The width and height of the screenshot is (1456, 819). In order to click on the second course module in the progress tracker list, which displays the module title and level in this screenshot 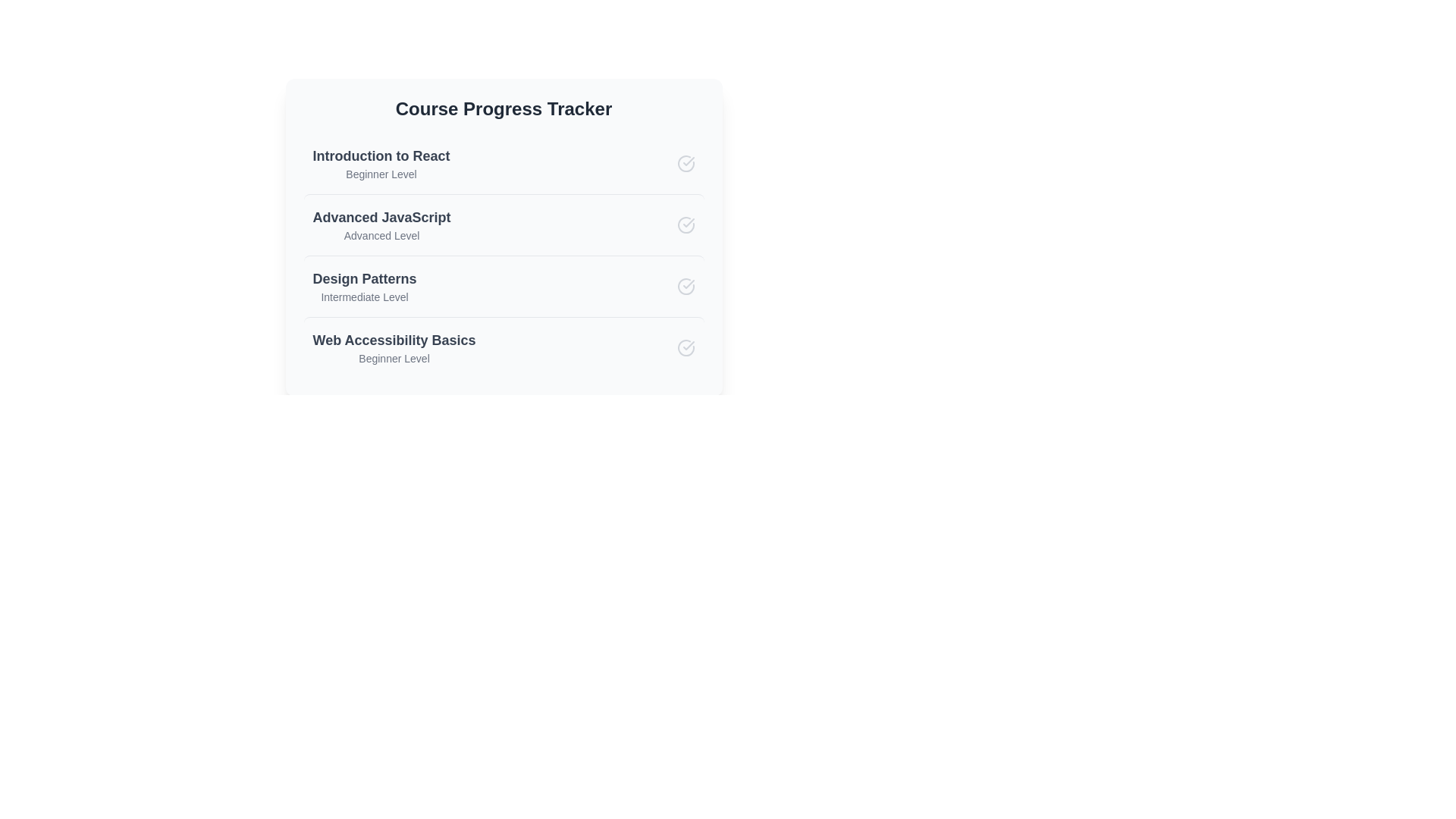, I will do `click(504, 237)`.